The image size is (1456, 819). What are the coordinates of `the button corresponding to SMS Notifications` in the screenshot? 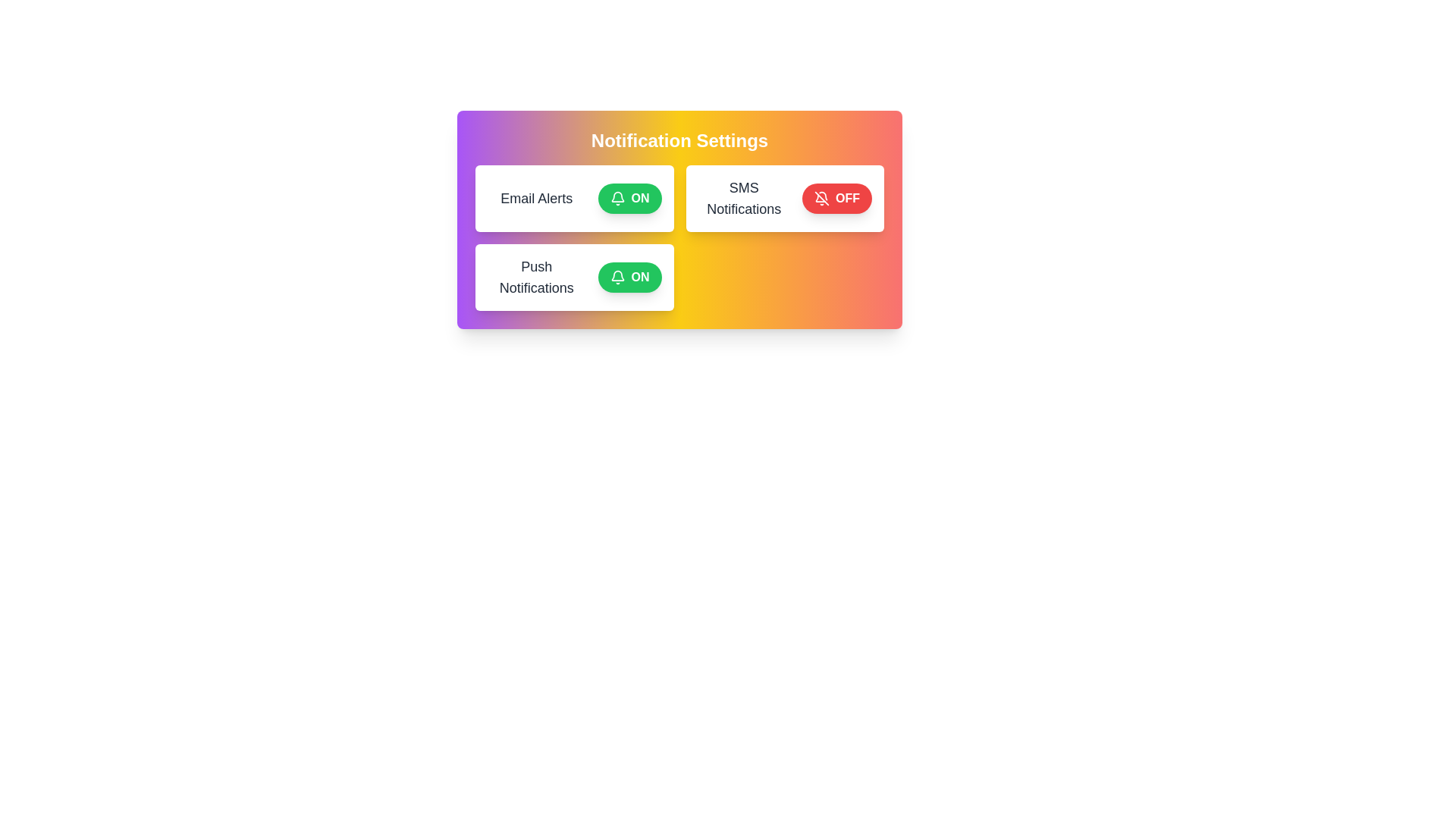 It's located at (836, 198).